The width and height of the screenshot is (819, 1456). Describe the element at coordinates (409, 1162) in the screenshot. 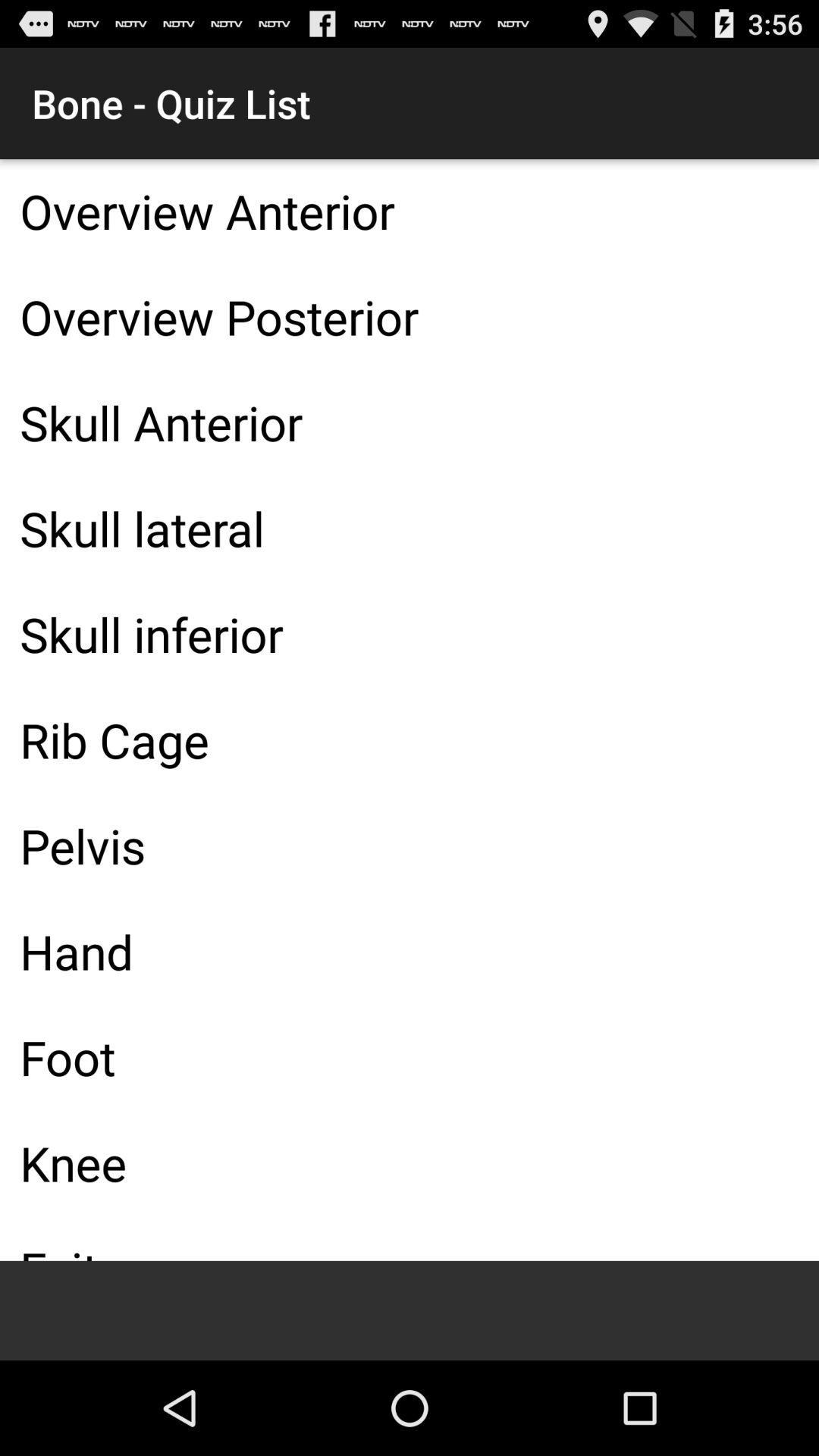

I see `the icon above exit` at that location.